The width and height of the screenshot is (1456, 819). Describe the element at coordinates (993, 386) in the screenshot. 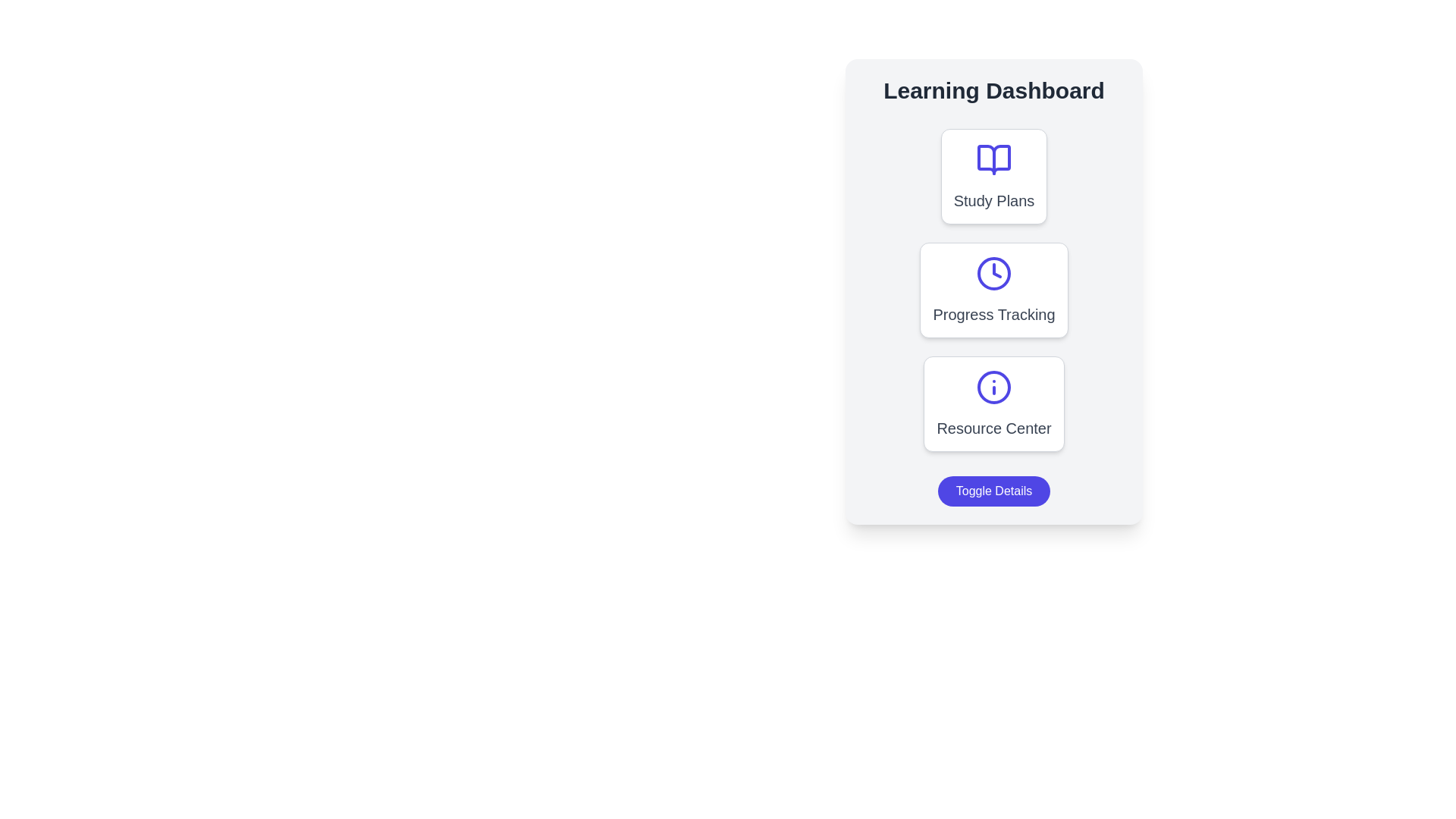

I see `the blue circle icon located in the third row of the Learning Dashboard interface` at that location.